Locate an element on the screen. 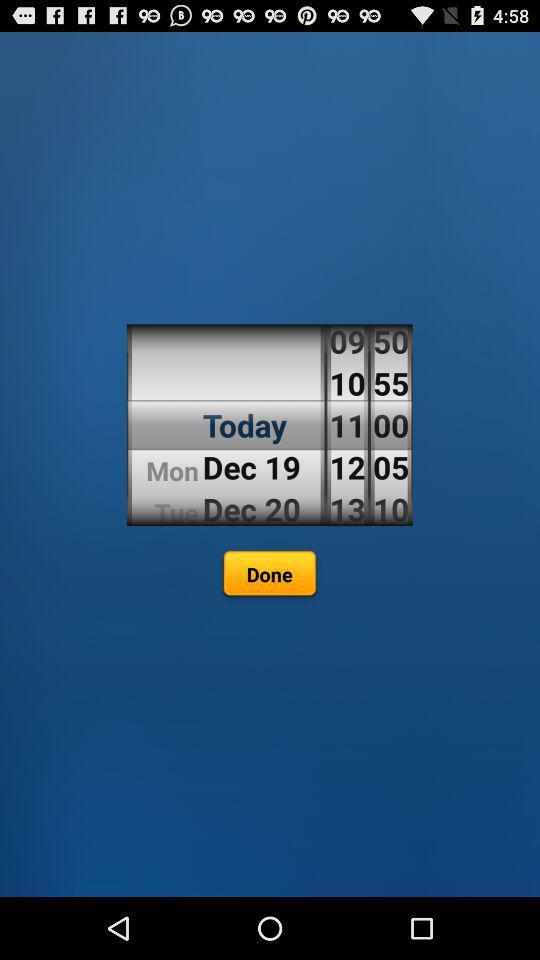  done icon is located at coordinates (269, 576).